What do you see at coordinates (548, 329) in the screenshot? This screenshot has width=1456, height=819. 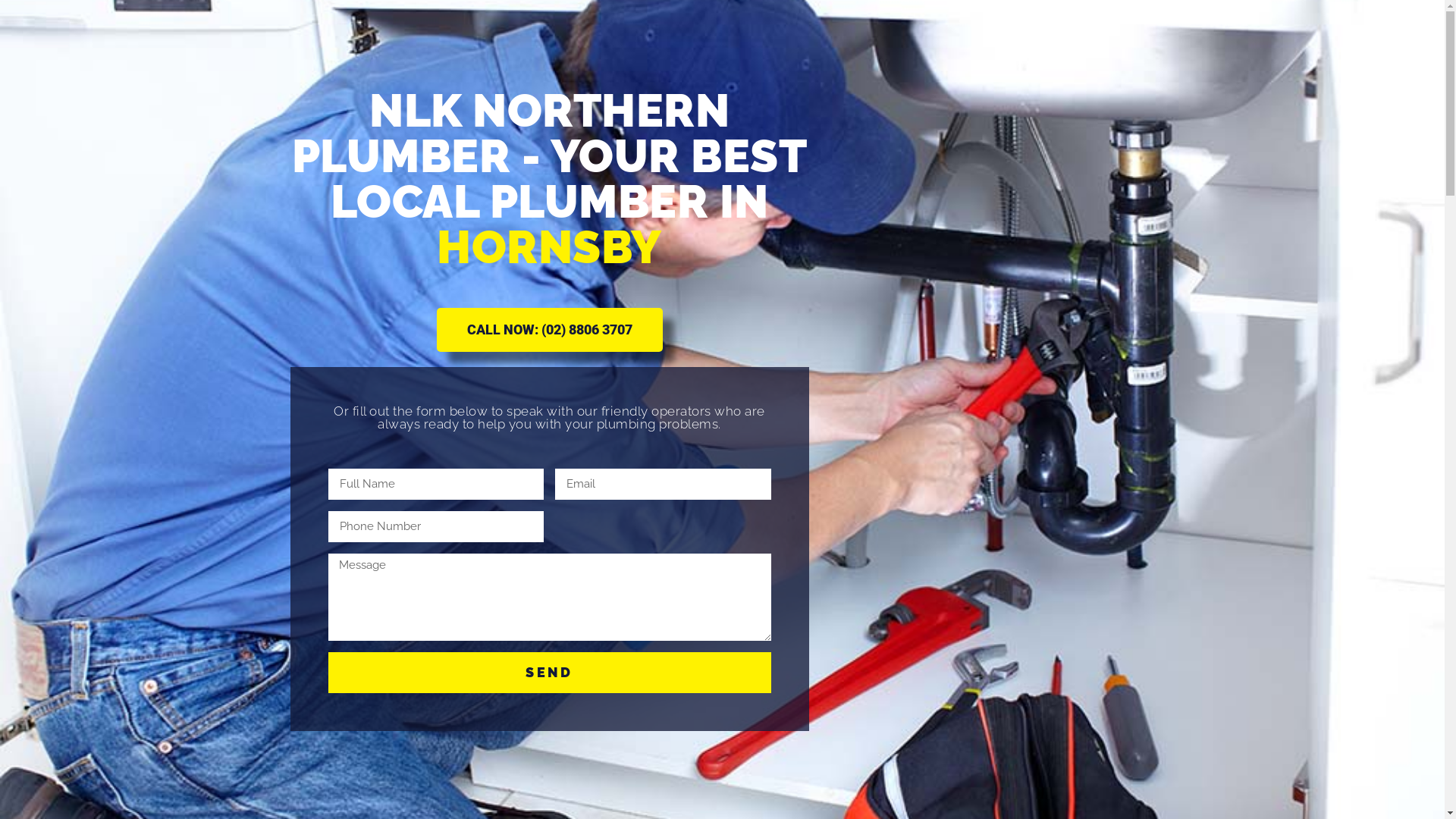 I see `'CALL NOW: (02) 8806 3707'` at bounding box center [548, 329].